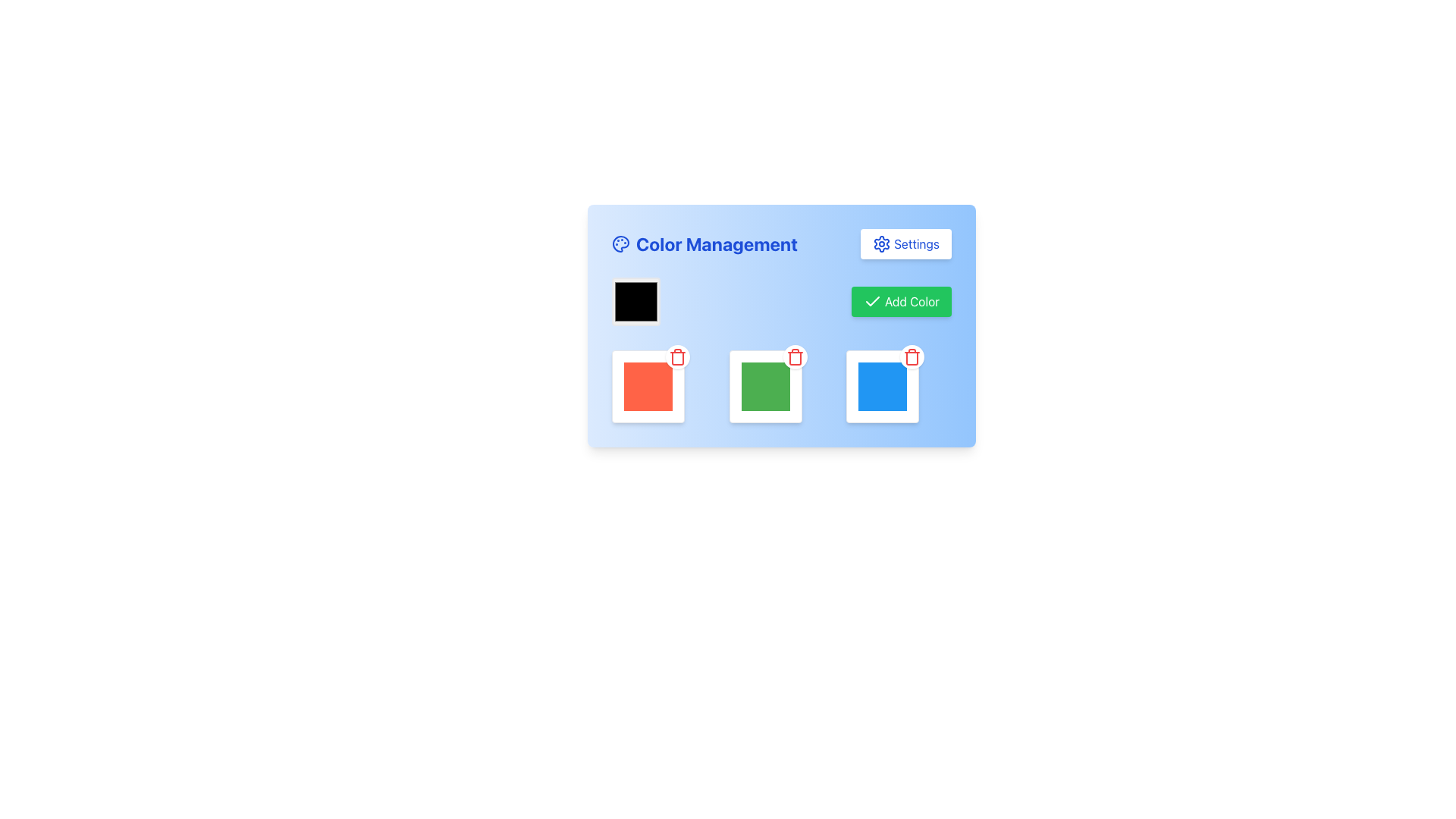 The height and width of the screenshot is (819, 1456). Describe the element at coordinates (782, 385) in the screenshot. I see `the second color block frame` at that location.